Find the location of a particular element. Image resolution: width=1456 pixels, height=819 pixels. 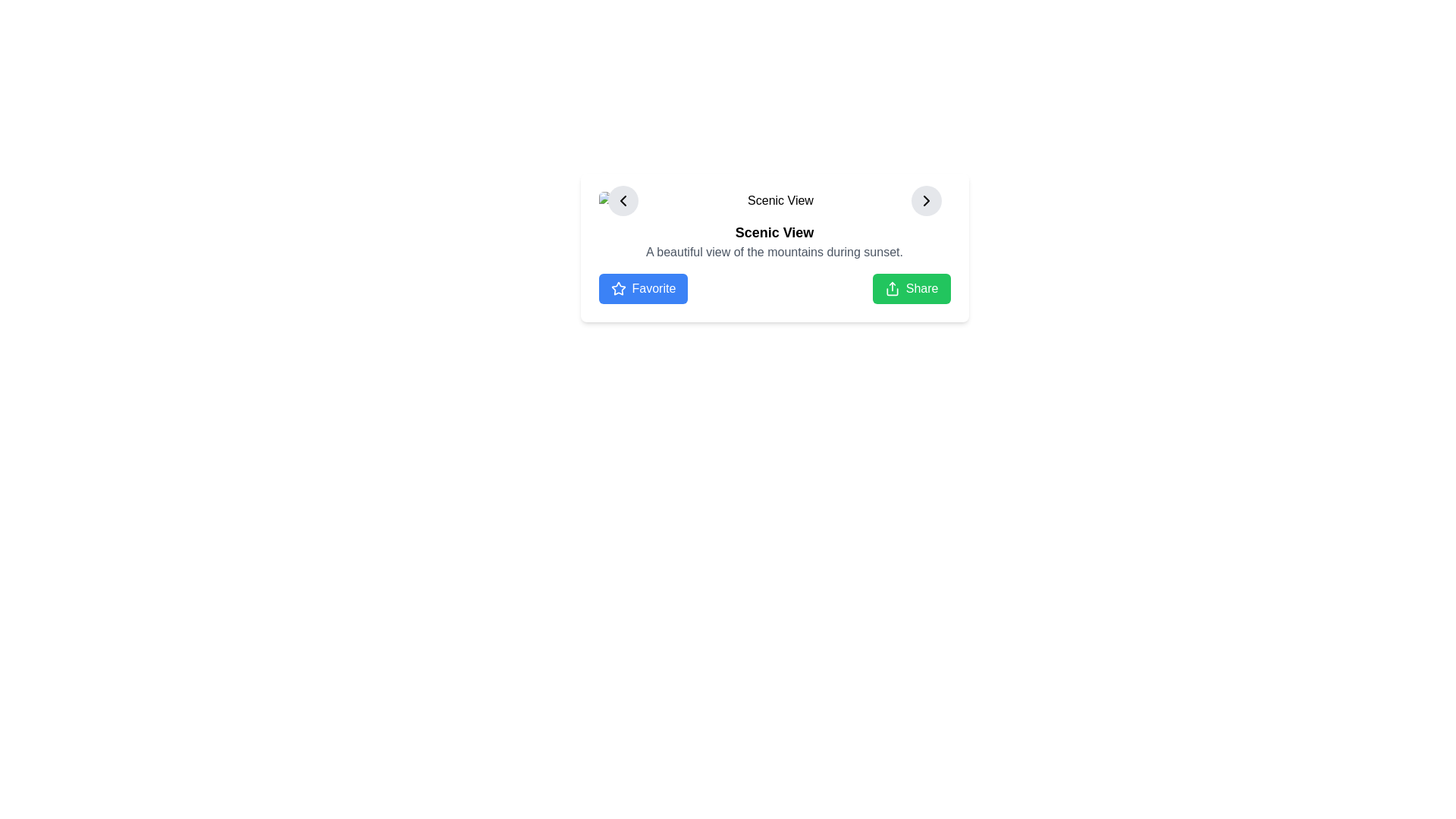

the left navigation button positioned to the left of the image placeholder and the title 'Scenic View' is located at coordinates (623, 200).